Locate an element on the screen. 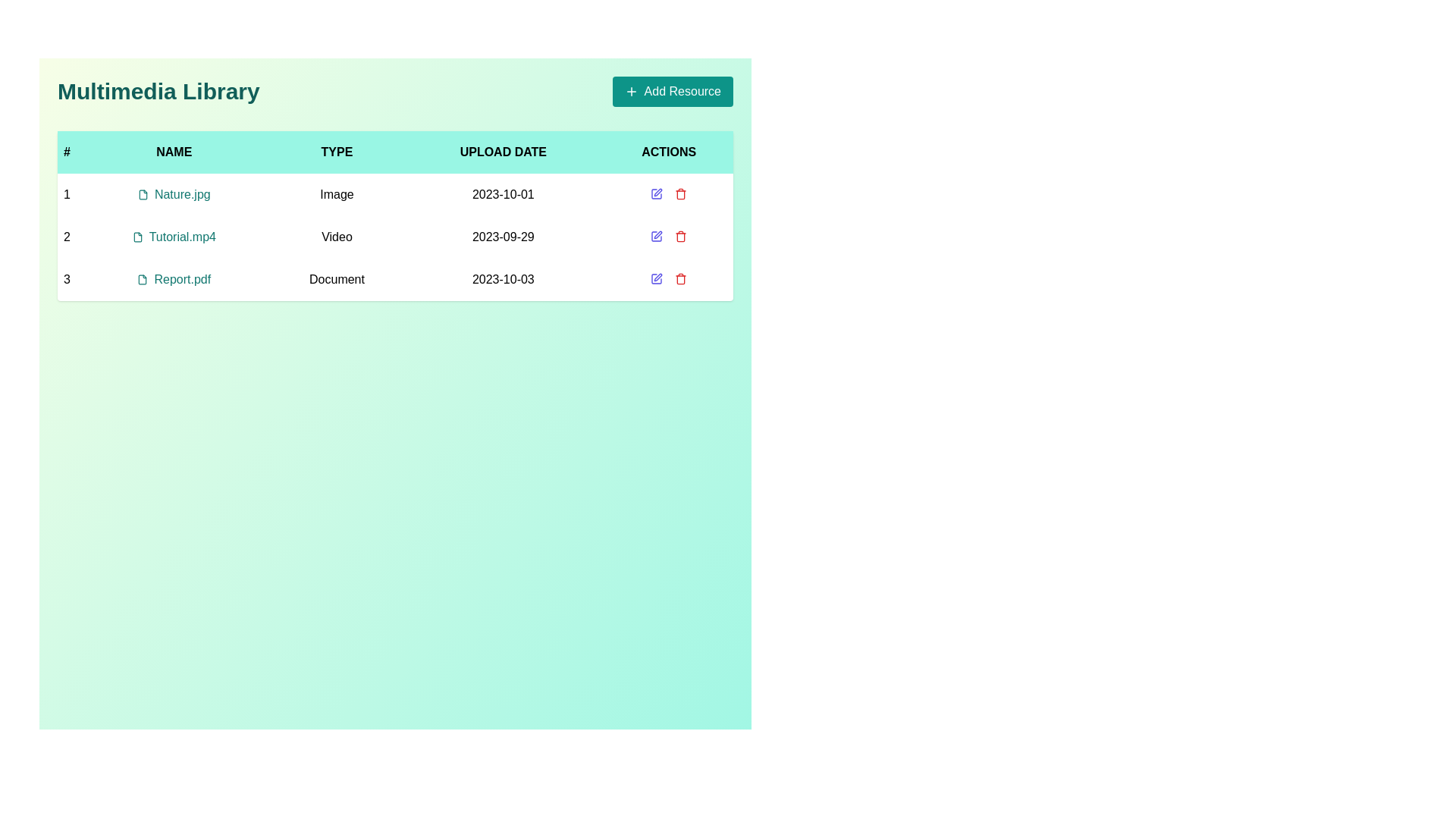  the icon that indicates the 'Tutorial.mp4' file entry in the 'NAME' column of the table, located in the second row is located at coordinates (137, 237).